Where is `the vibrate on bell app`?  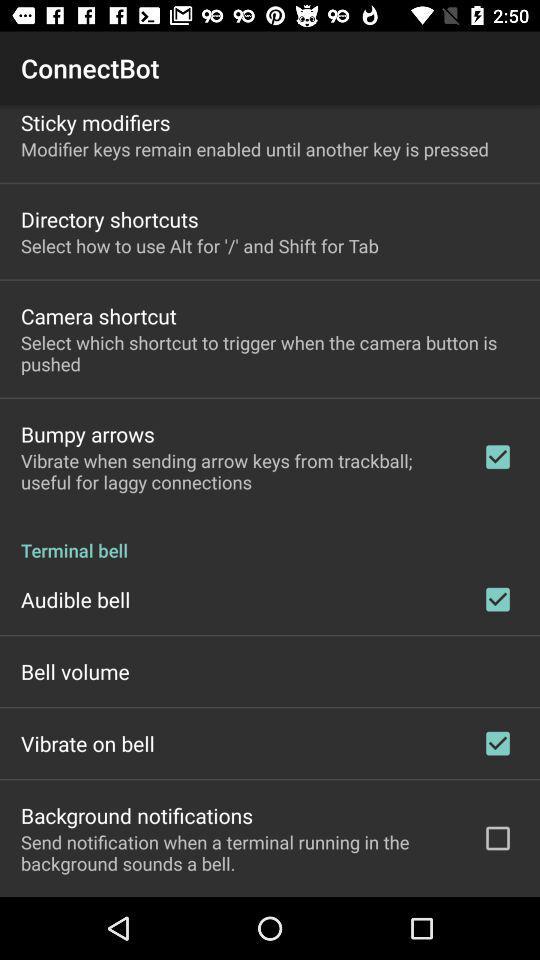
the vibrate on bell app is located at coordinates (86, 742).